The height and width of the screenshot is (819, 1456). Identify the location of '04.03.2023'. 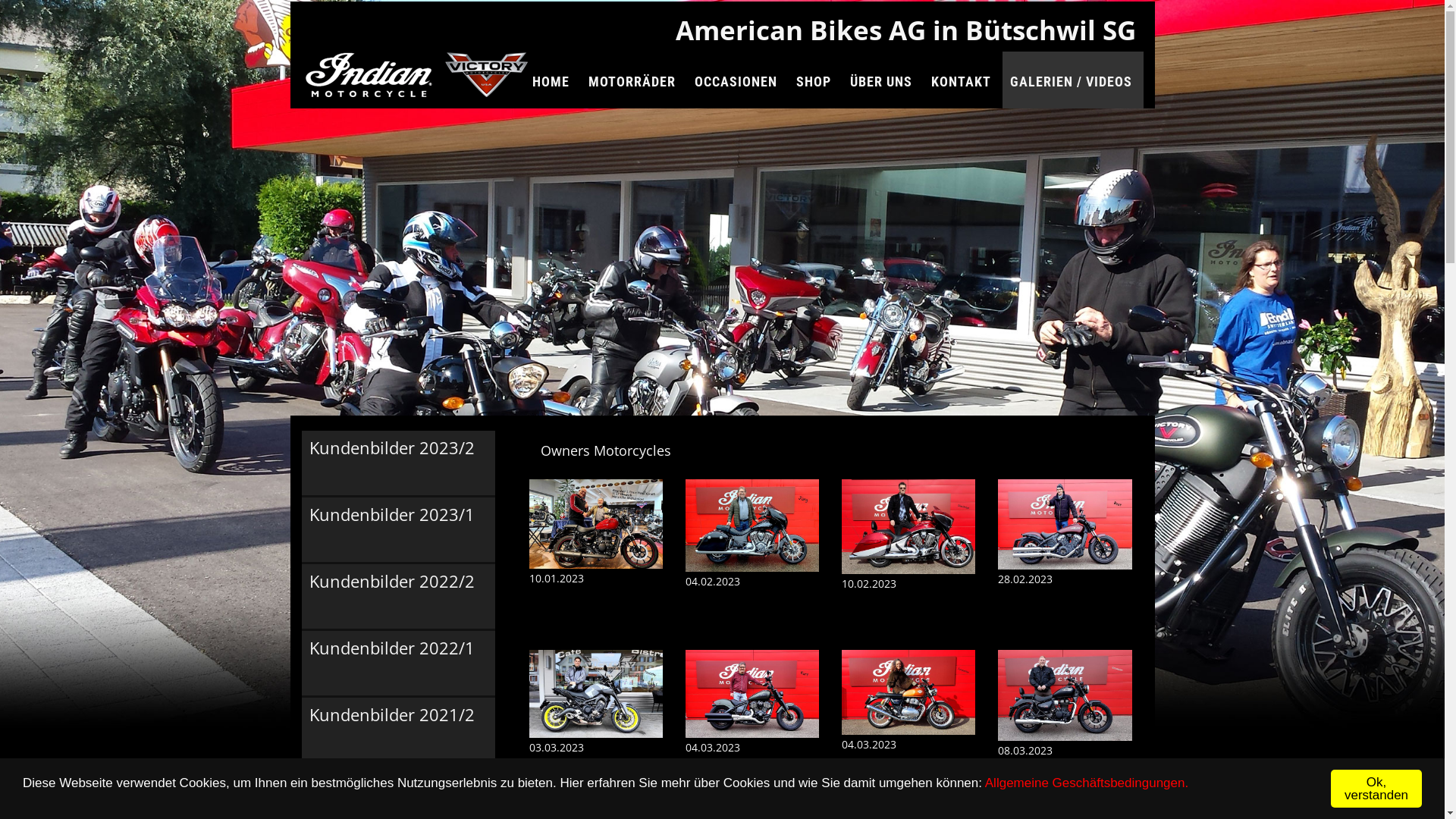
(752, 725).